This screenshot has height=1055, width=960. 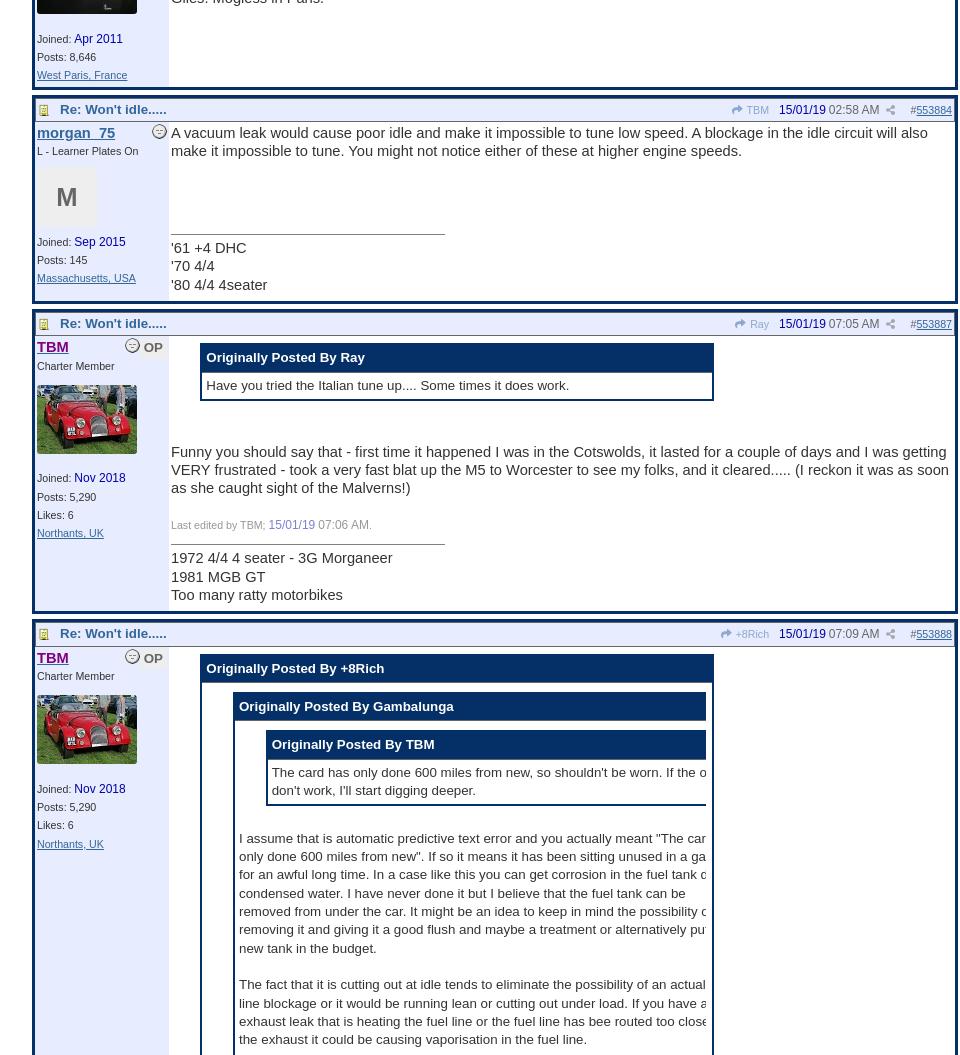 What do you see at coordinates (66, 56) in the screenshot?
I see `'Posts: 8,646'` at bounding box center [66, 56].